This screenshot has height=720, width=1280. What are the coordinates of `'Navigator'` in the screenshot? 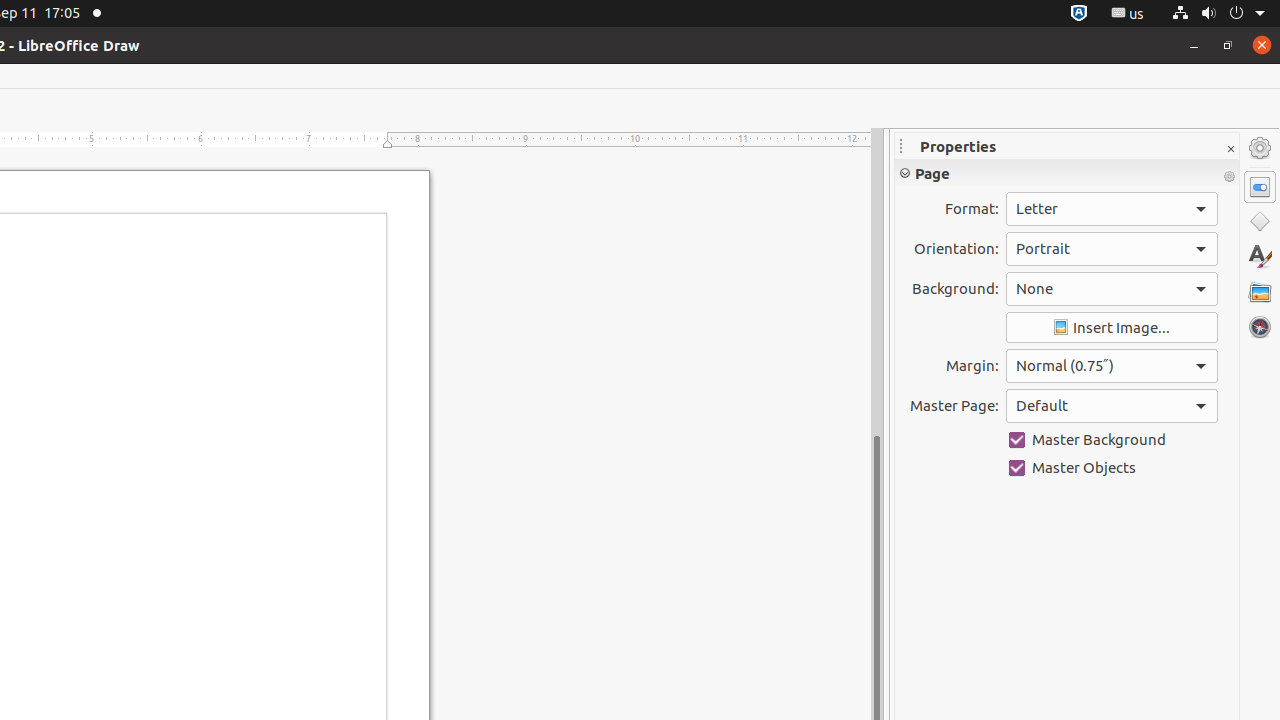 It's located at (1259, 326).